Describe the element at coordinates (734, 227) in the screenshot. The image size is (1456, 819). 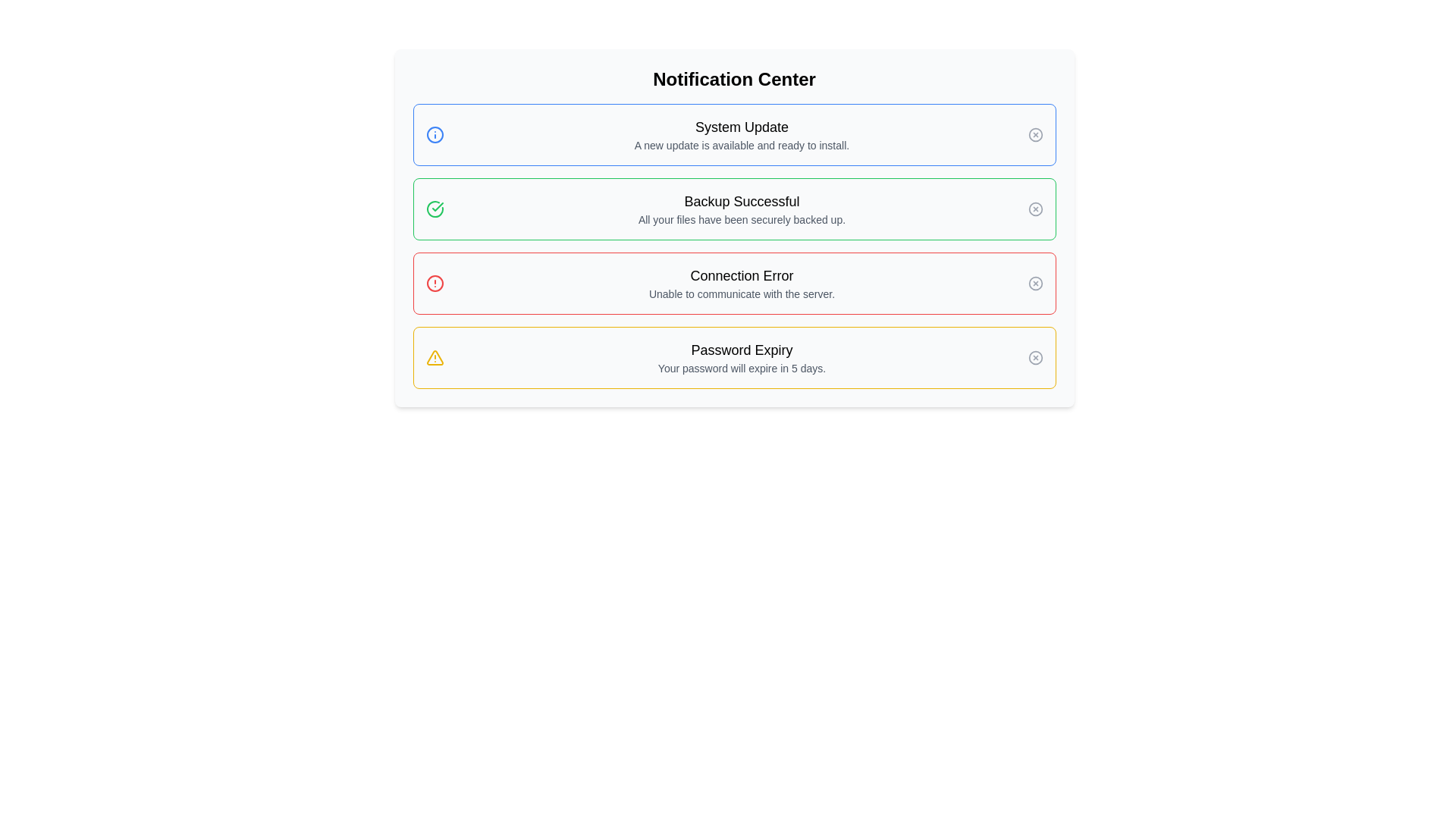
I see `notification from the second entry in the Notification Center, which indicates a successful backup of files` at that location.